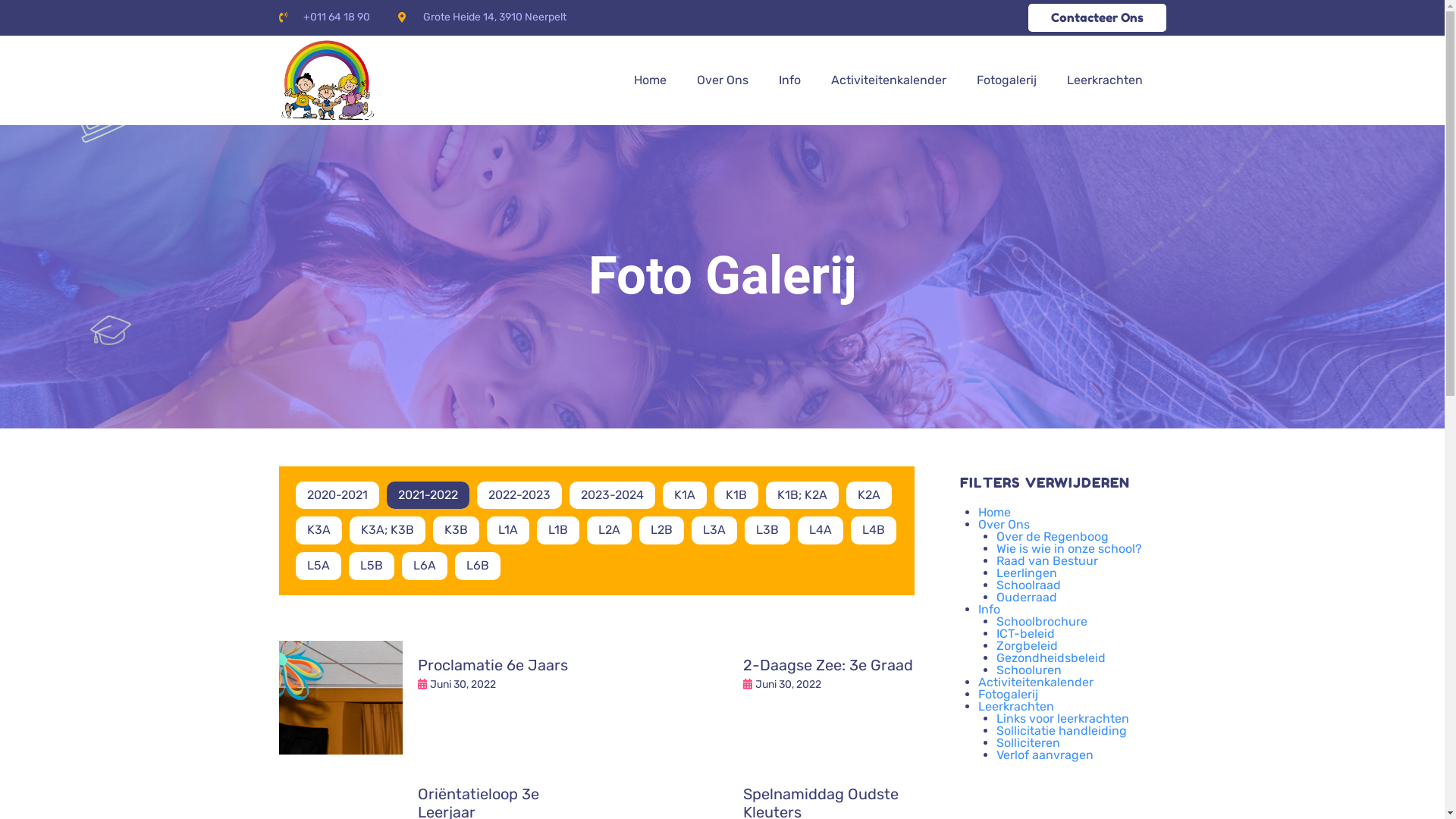 This screenshot has width=1456, height=819. What do you see at coordinates (788, 684) in the screenshot?
I see `'Juni 30, 2022'` at bounding box center [788, 684].